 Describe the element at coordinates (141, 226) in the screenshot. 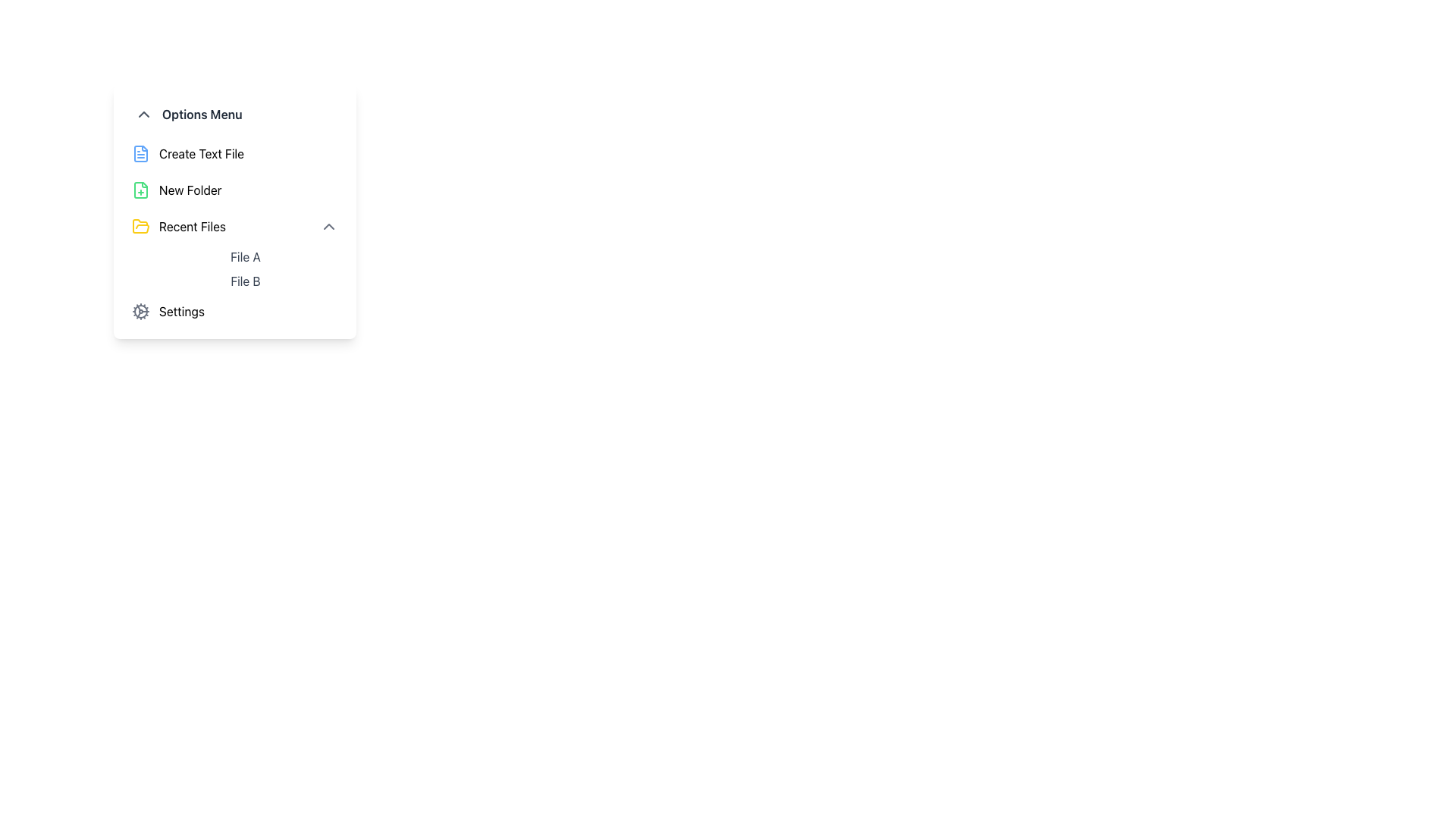

I see `the graphical icon representing the 'Recent Files' menu option, which is the third entry in the hierarchical menu, located to the left of the 'Recent Files' label` at that location.